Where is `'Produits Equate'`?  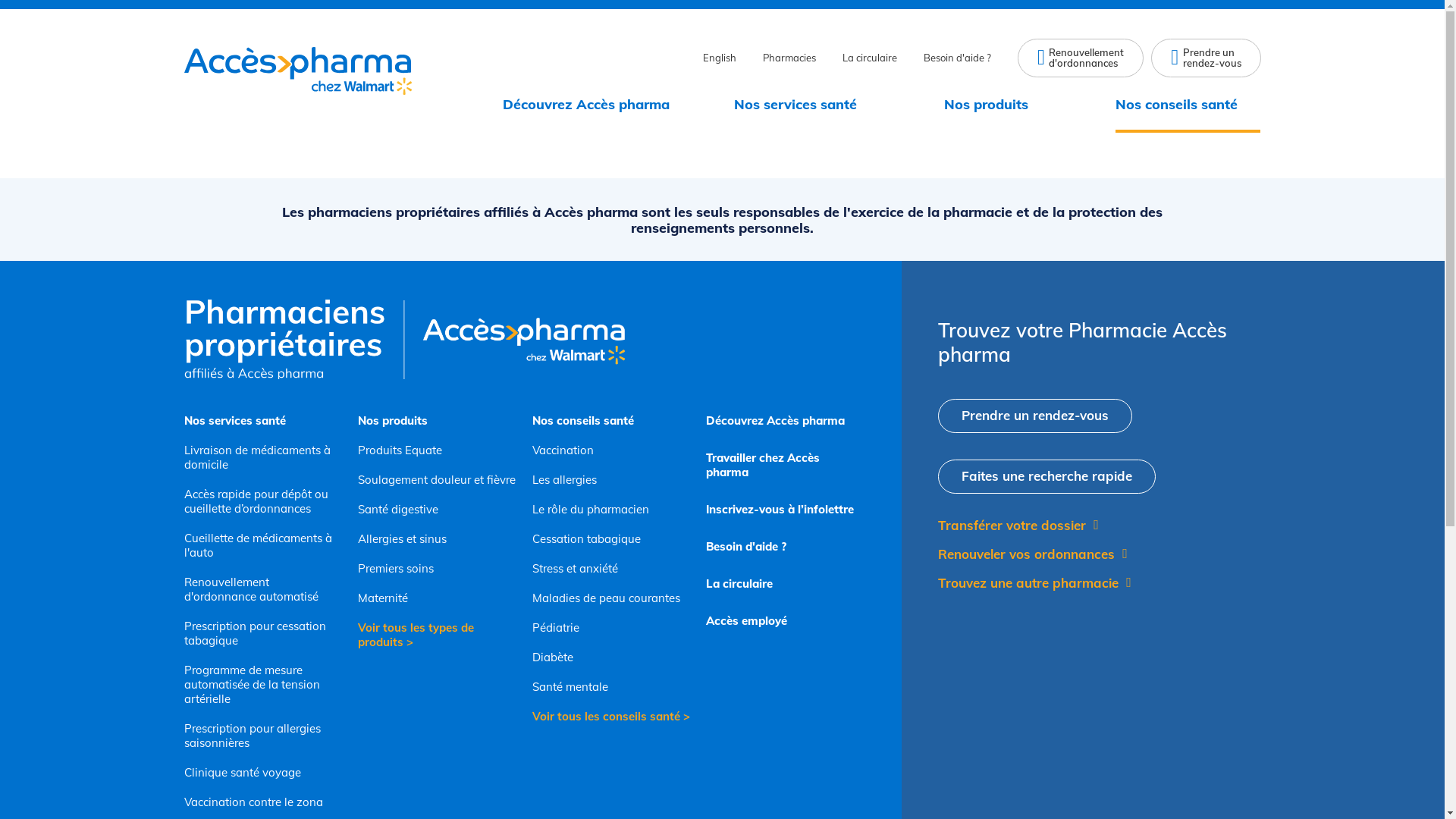
'Produits Equate' is located at coordinates (436, 449).